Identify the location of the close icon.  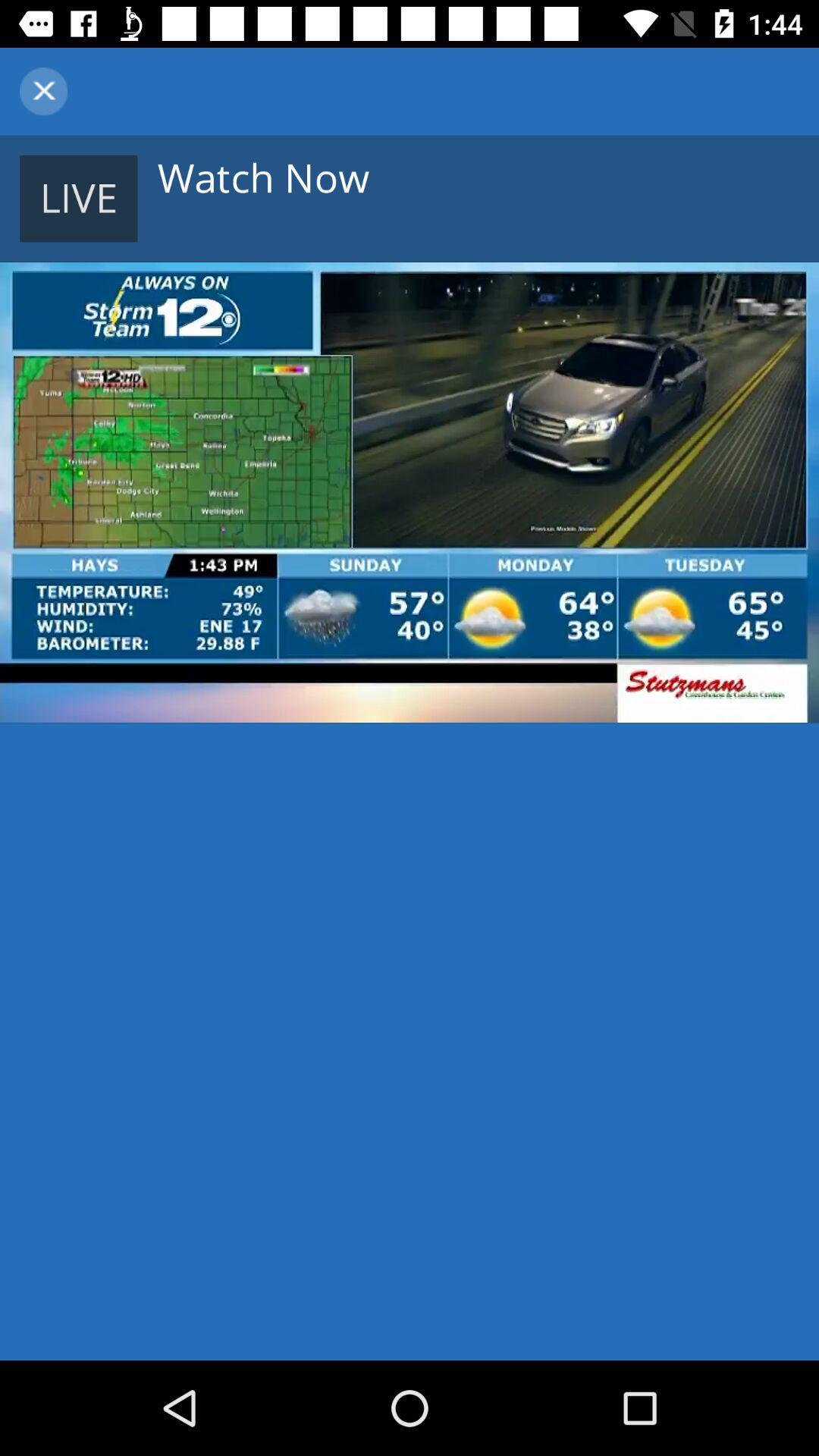
(42, 90).